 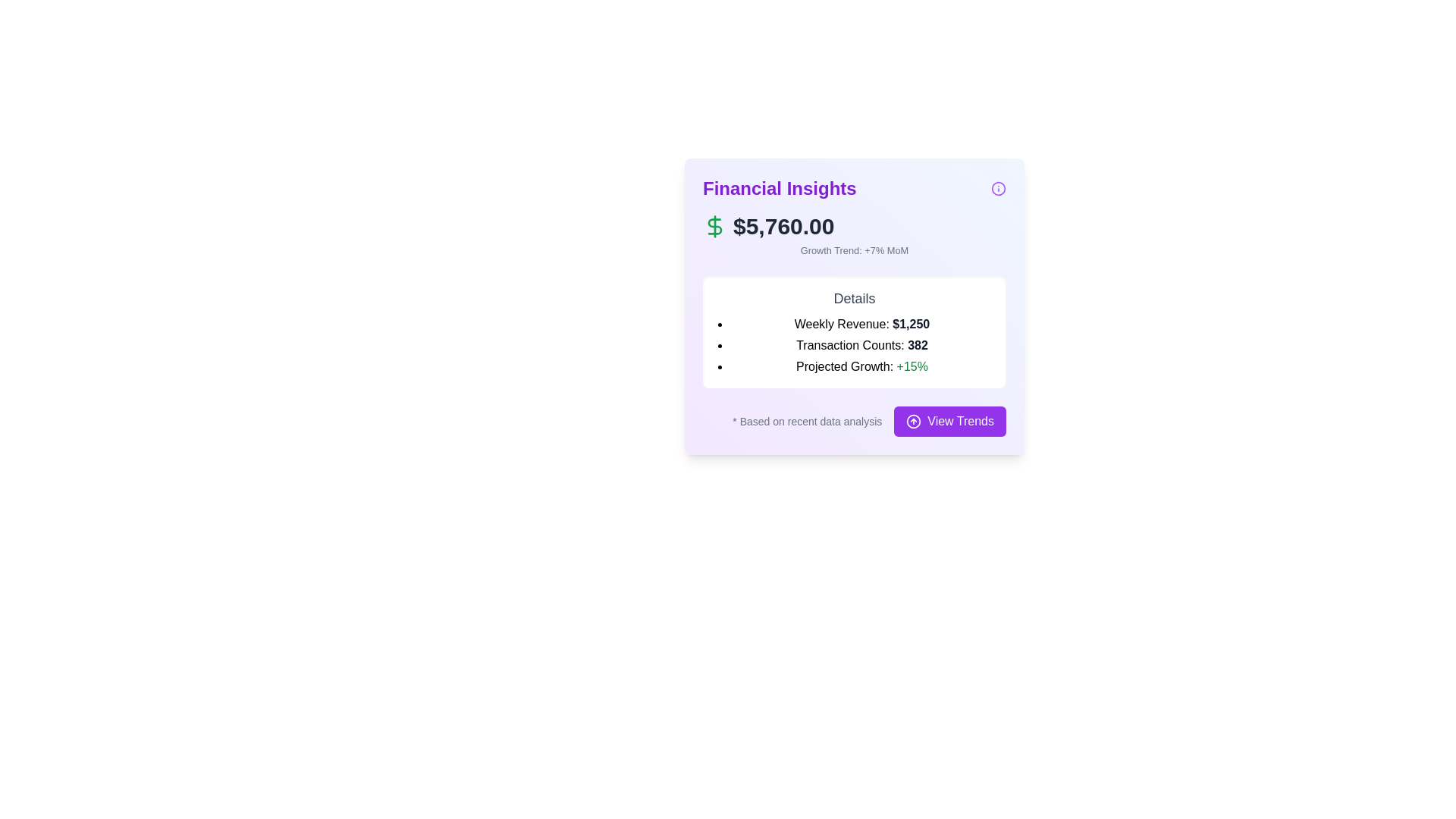 What do you see at coordinates (912, 366) in the screenshot?
I see `the Text Label displaying '+15%' which is located in the 'Details' section of the card, aligned to the right of 'Projected Growth:'` at bounding box center [912, 366].